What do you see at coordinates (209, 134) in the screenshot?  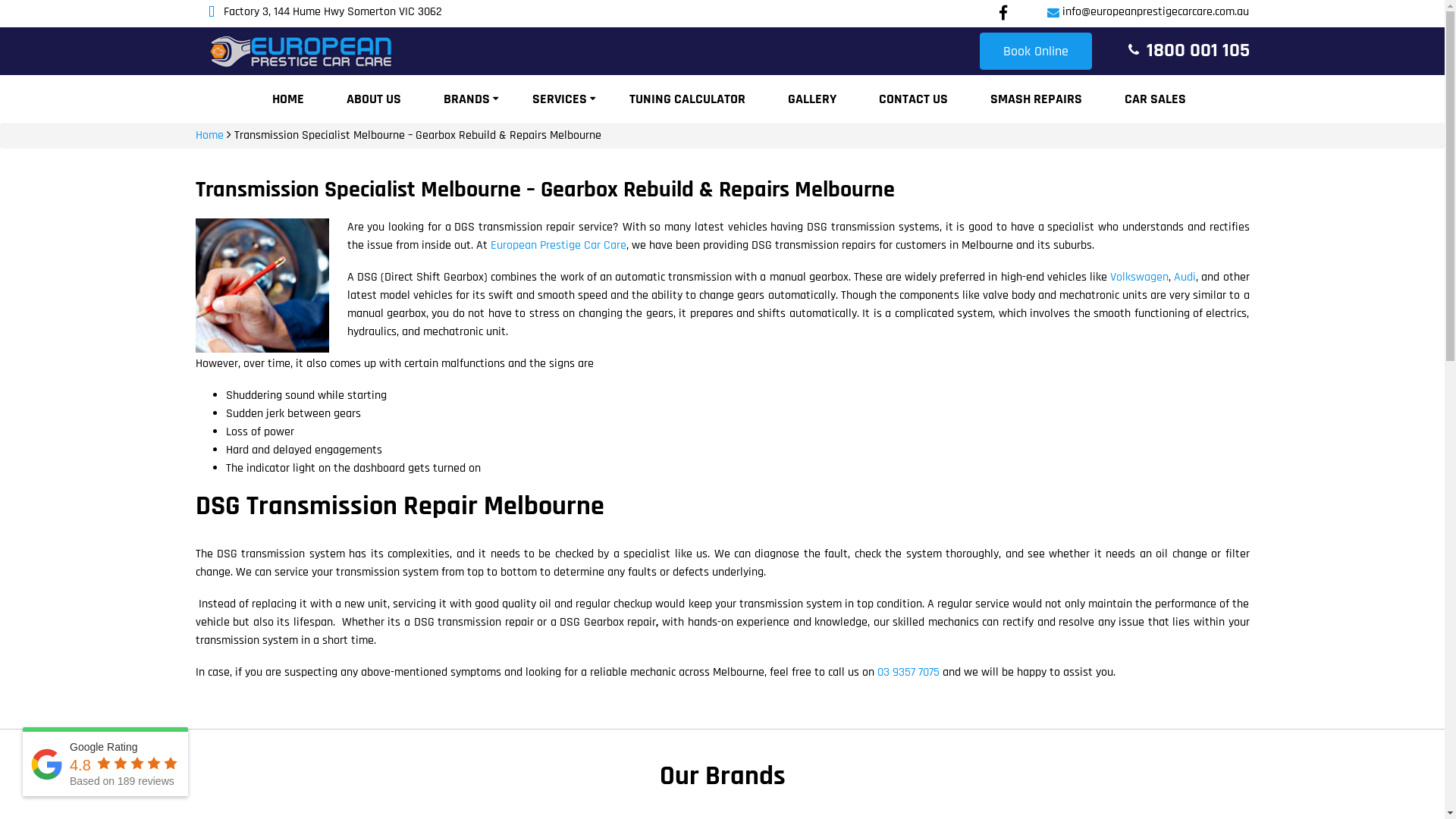 I see `'Home'` at bounding box center [209, 134].